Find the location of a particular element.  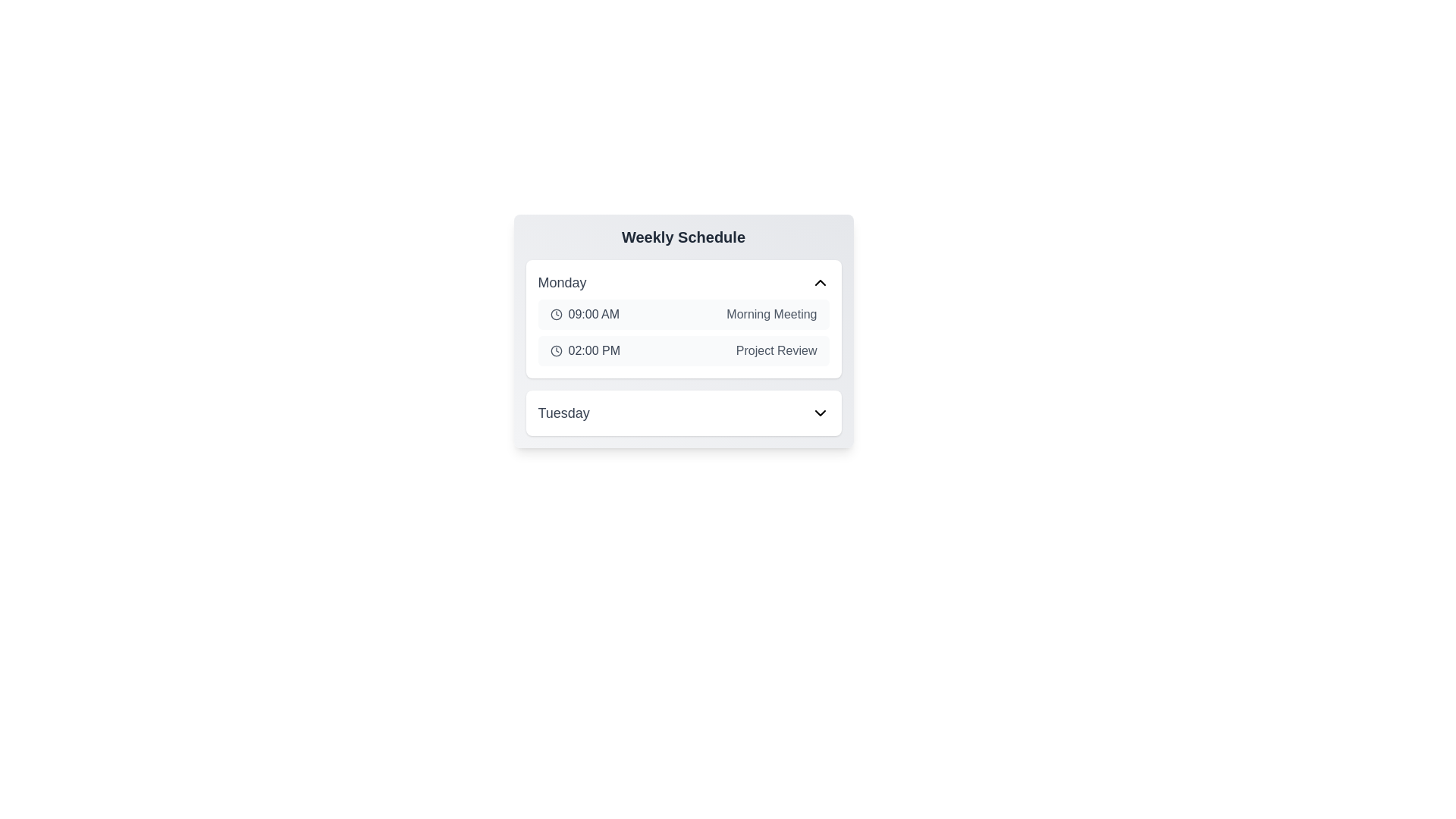

the Row element representing the scheduled event titled 'Morning Meeting' for 'Monday' at '09:00 AM' in the 'Weekly Schedule' section is located at coordinates (682, 314).